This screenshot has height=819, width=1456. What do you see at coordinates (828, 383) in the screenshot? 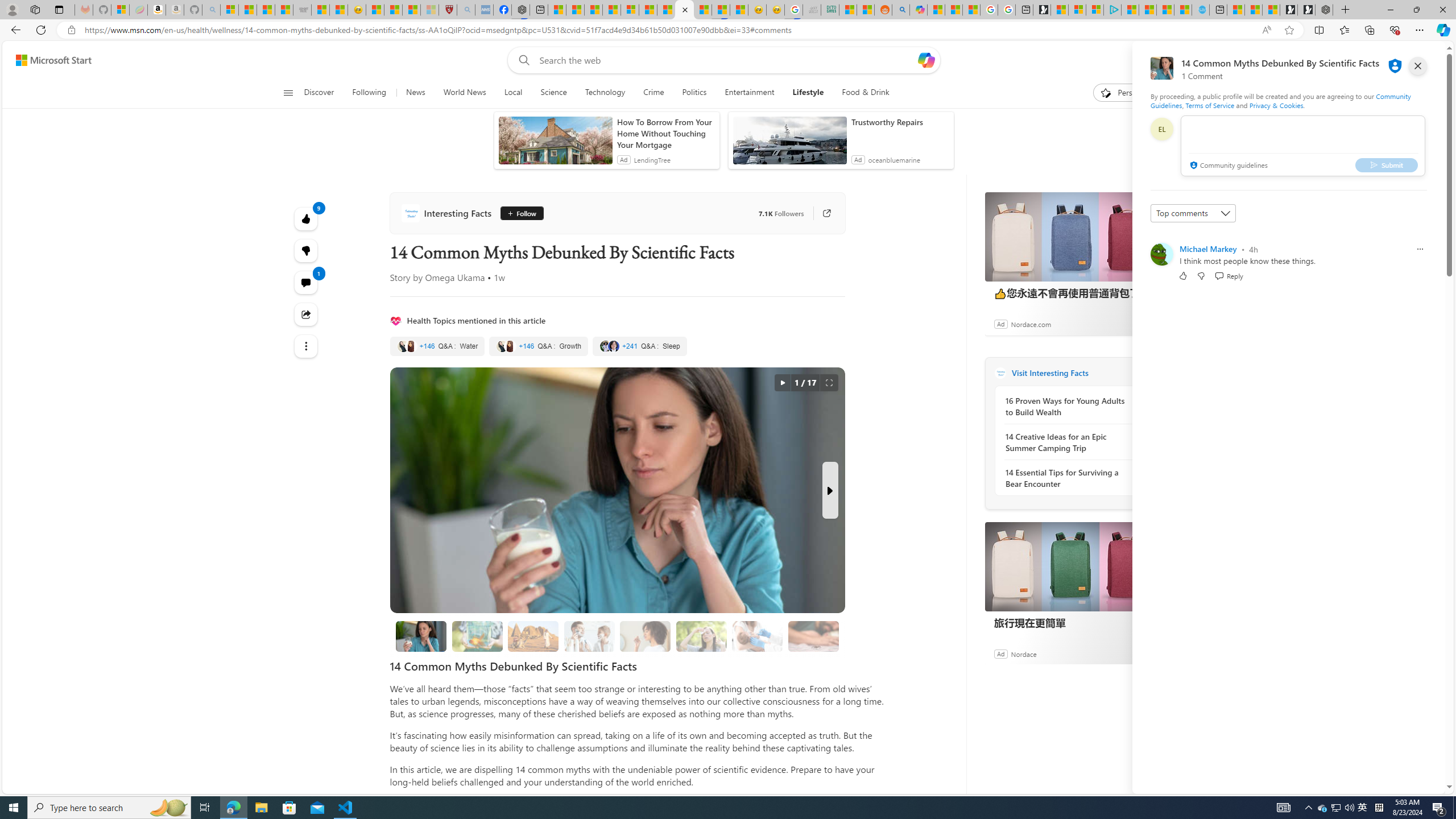
I see `'Full screen'` at bounding box center [828, 383].